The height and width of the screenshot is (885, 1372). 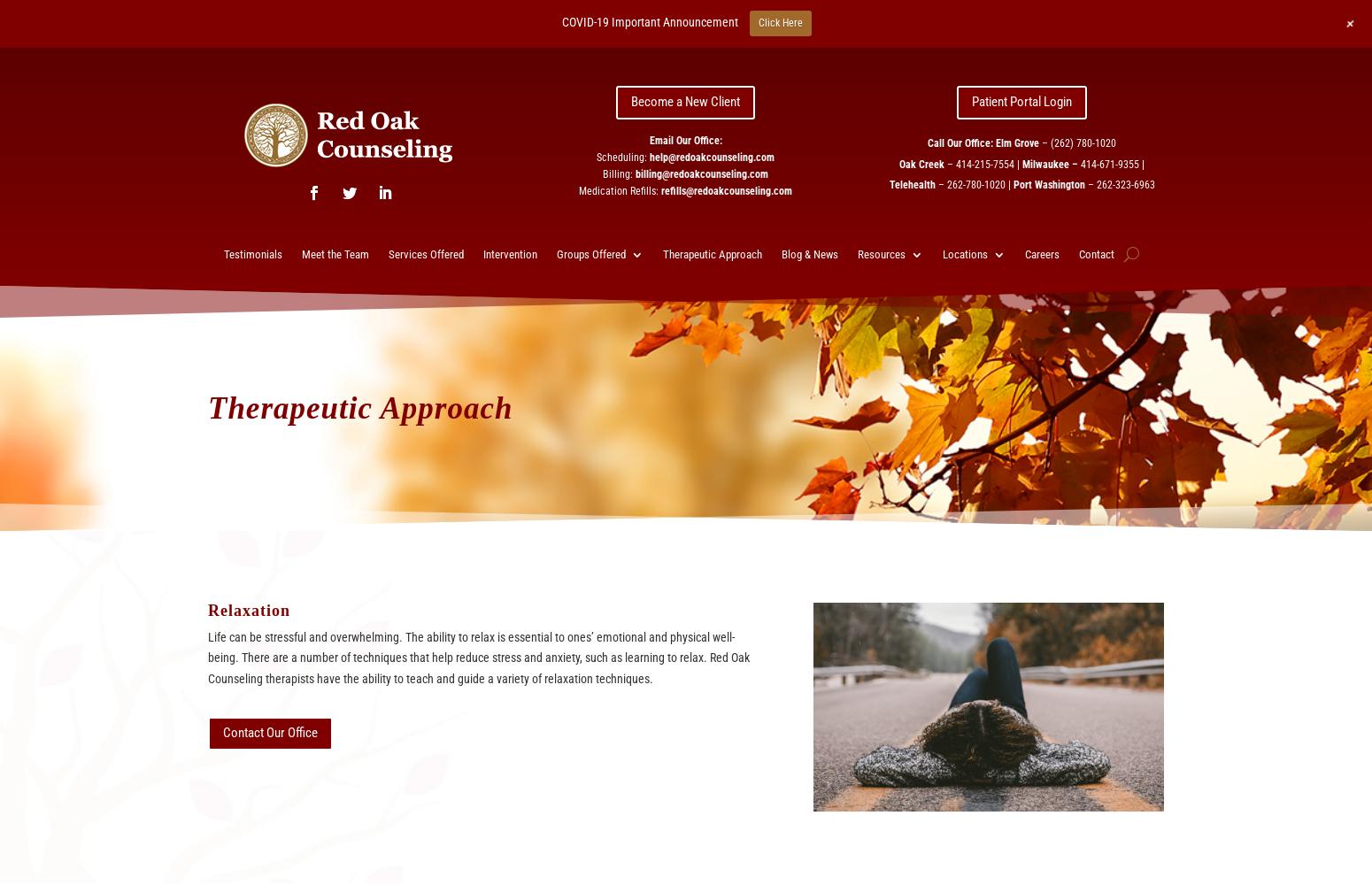 I want to click on 'Mental Health Groups', so click(x=630, y=445).